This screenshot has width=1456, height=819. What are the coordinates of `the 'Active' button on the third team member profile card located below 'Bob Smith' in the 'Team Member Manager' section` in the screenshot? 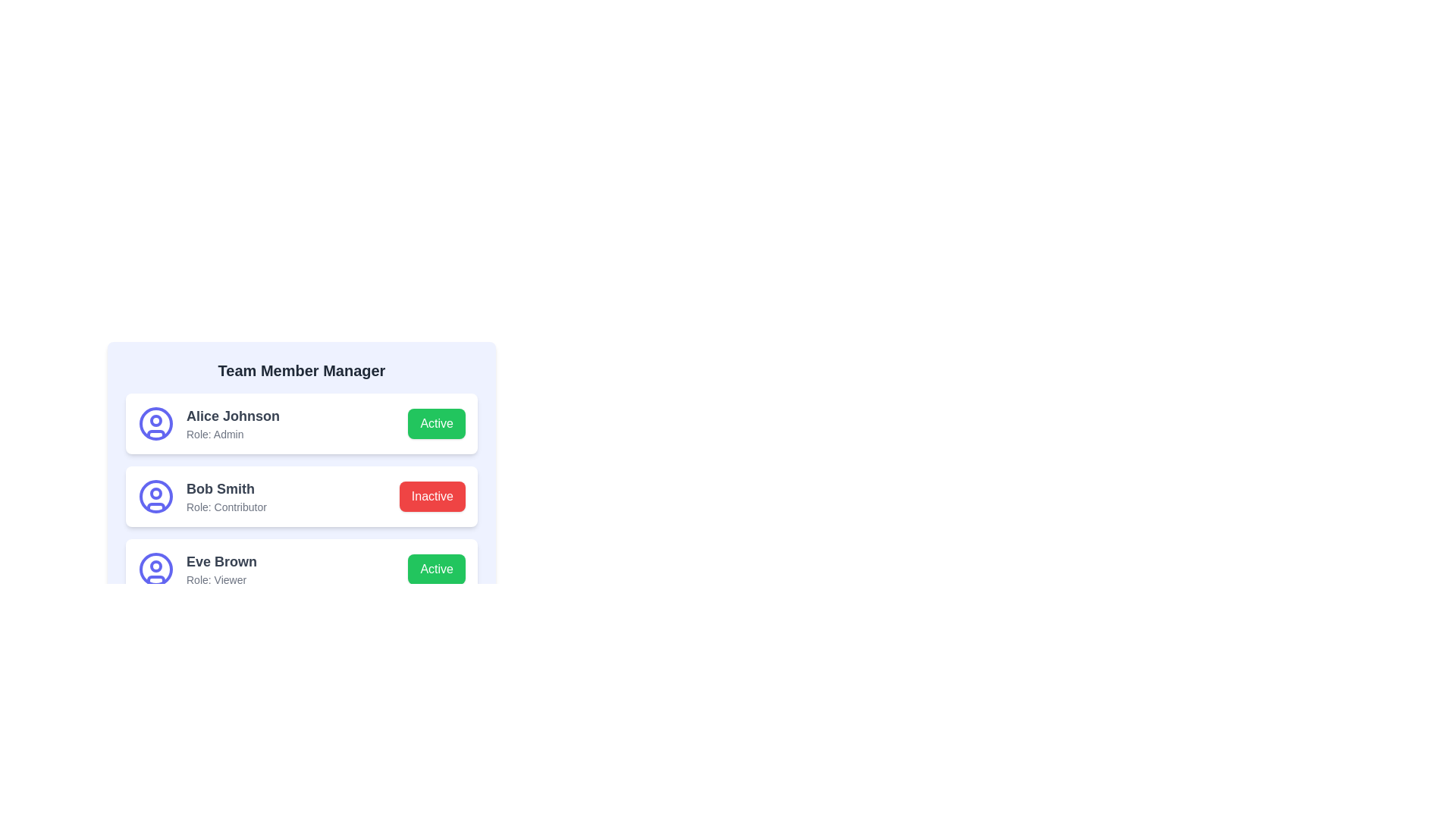 It's located at (302, 570).